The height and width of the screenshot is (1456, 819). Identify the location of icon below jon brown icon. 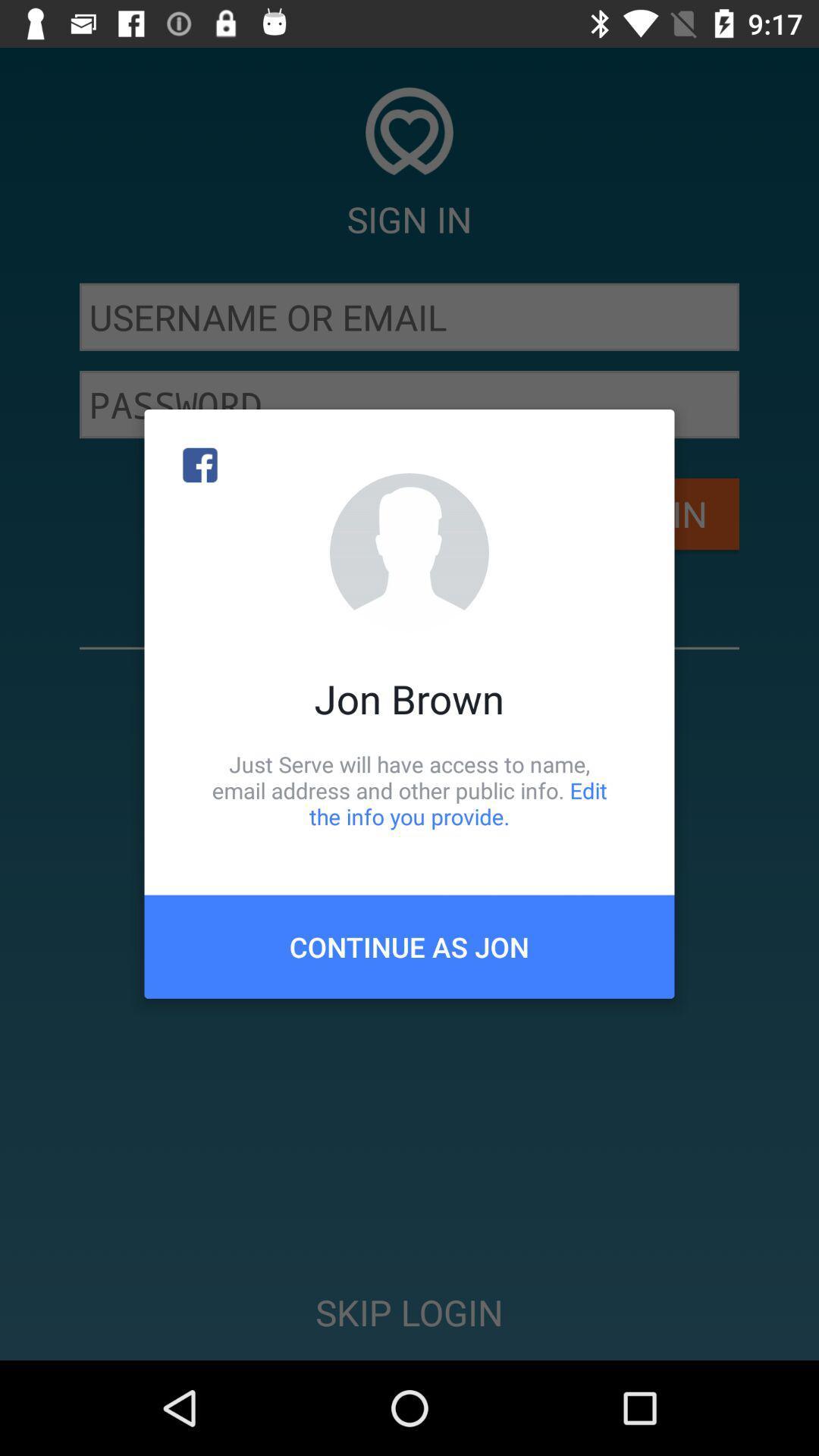
(409, 789).